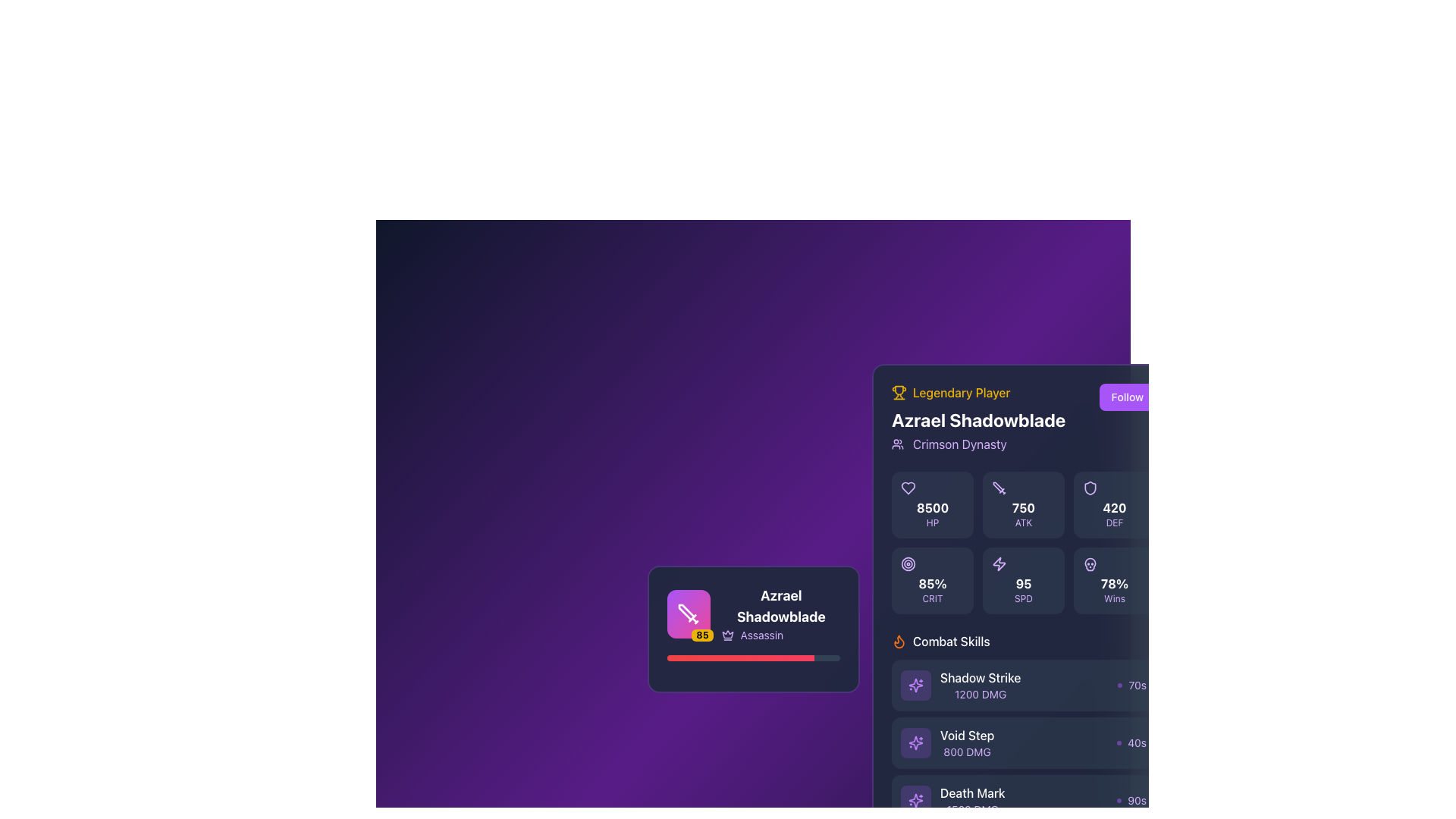 The height and width of the screenshot is (819, 1456). I want to click on displayed value '85' on the small rectangular badge with a bright yellow background and bold black text located at the bottom-right corner of the sword icon, so click(701, 635).